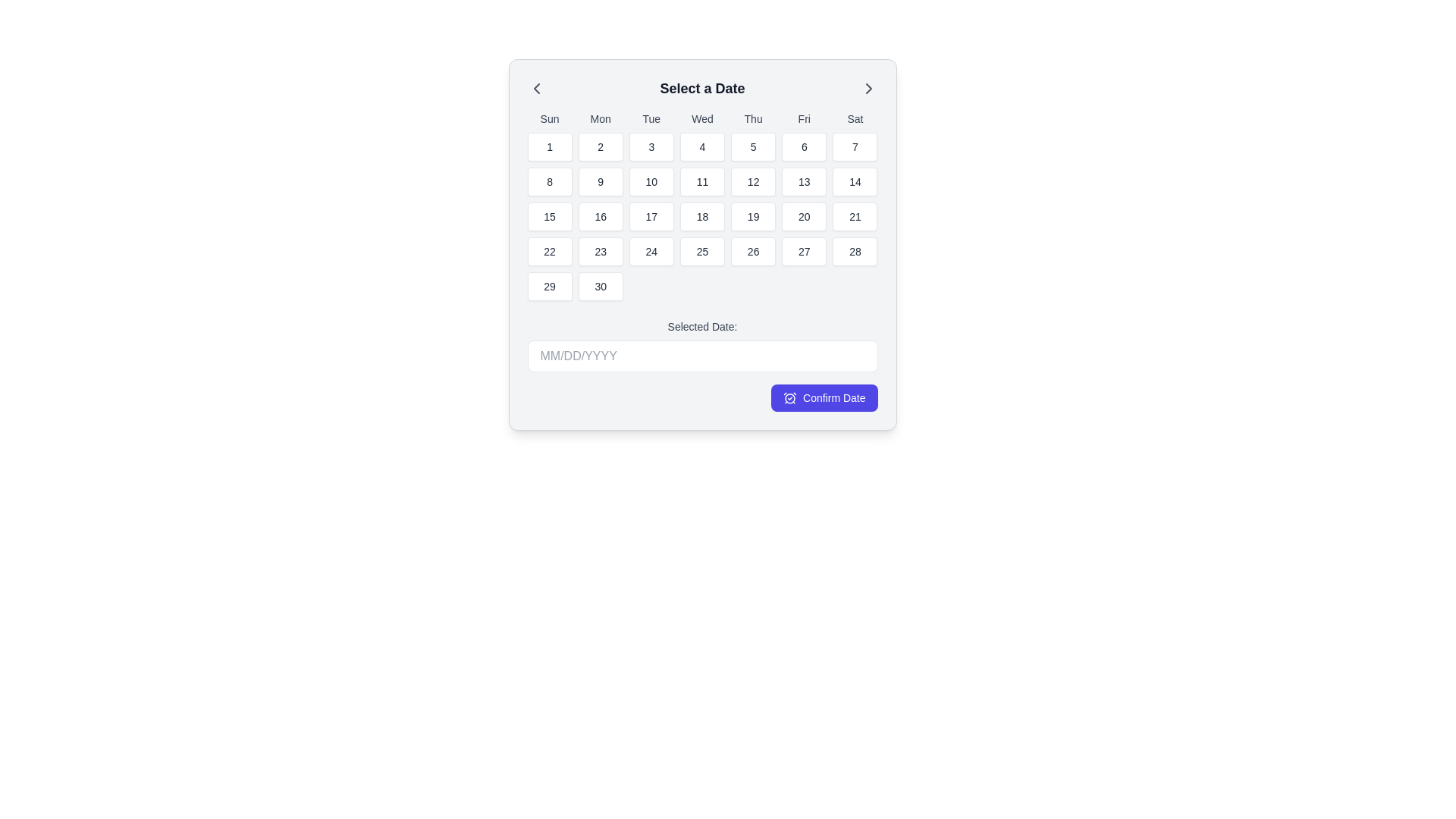 This screenshot has width=1456, height=819. What do you see at coordinates (753, 216) in the screenshot?
I see `the rectangular button with rounded corners containing the number '19'` at bounding box center [753, 216].